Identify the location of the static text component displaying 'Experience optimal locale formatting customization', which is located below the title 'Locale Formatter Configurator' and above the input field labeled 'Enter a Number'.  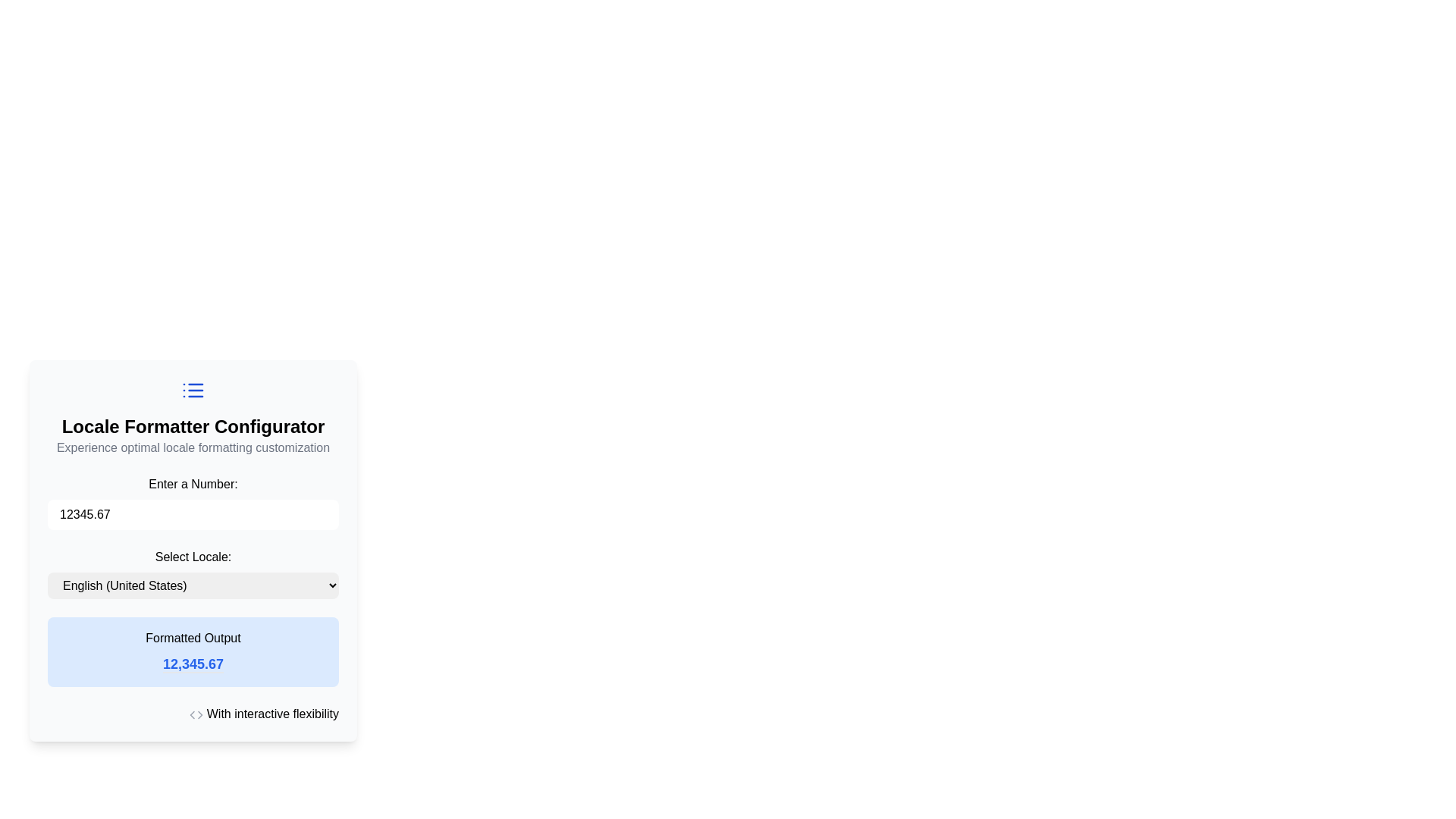
(192, 447).